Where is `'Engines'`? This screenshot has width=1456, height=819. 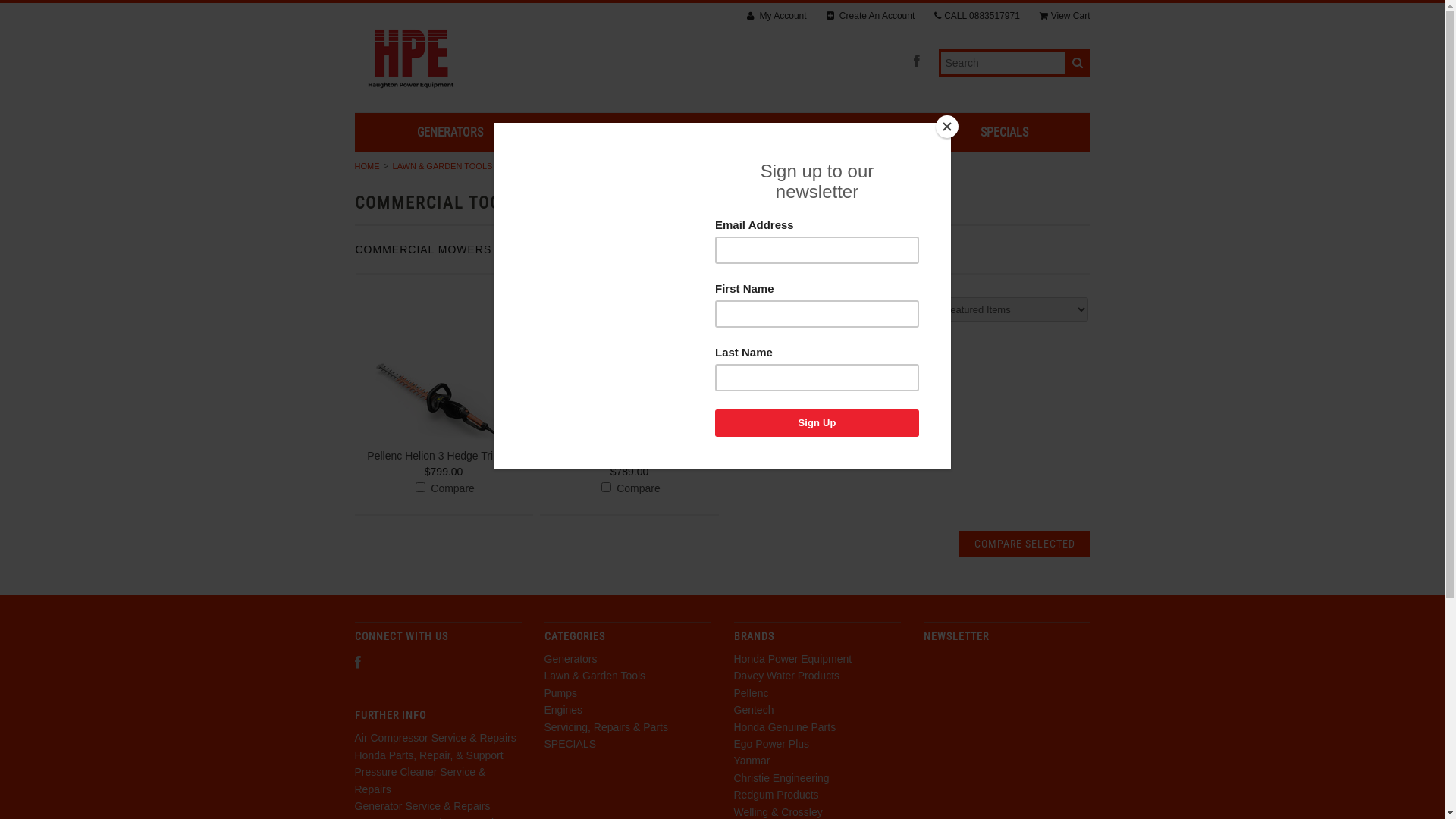
'Engines' is located at coordinates (563, 710).